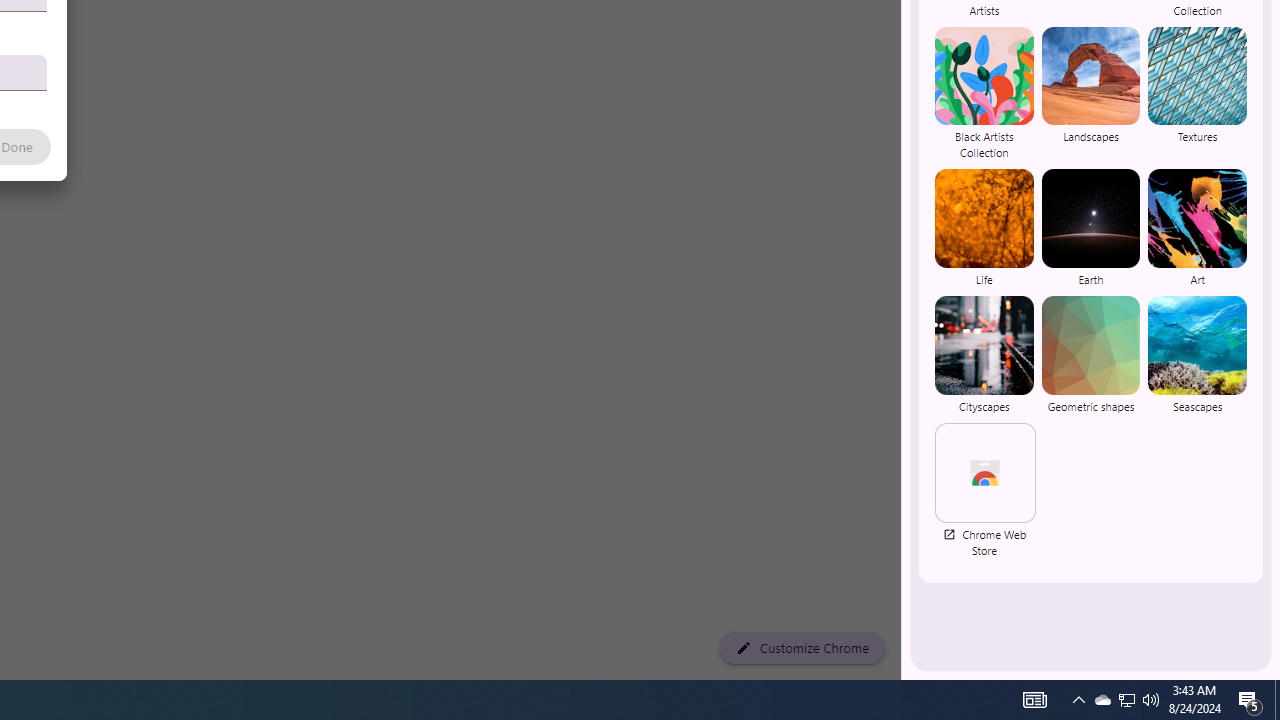 The width and height of the screenshot is (1280, 720). Describe the element at coordinates (1089, 353) in the screenshot. I see `'Geometric shapes'` at that location.